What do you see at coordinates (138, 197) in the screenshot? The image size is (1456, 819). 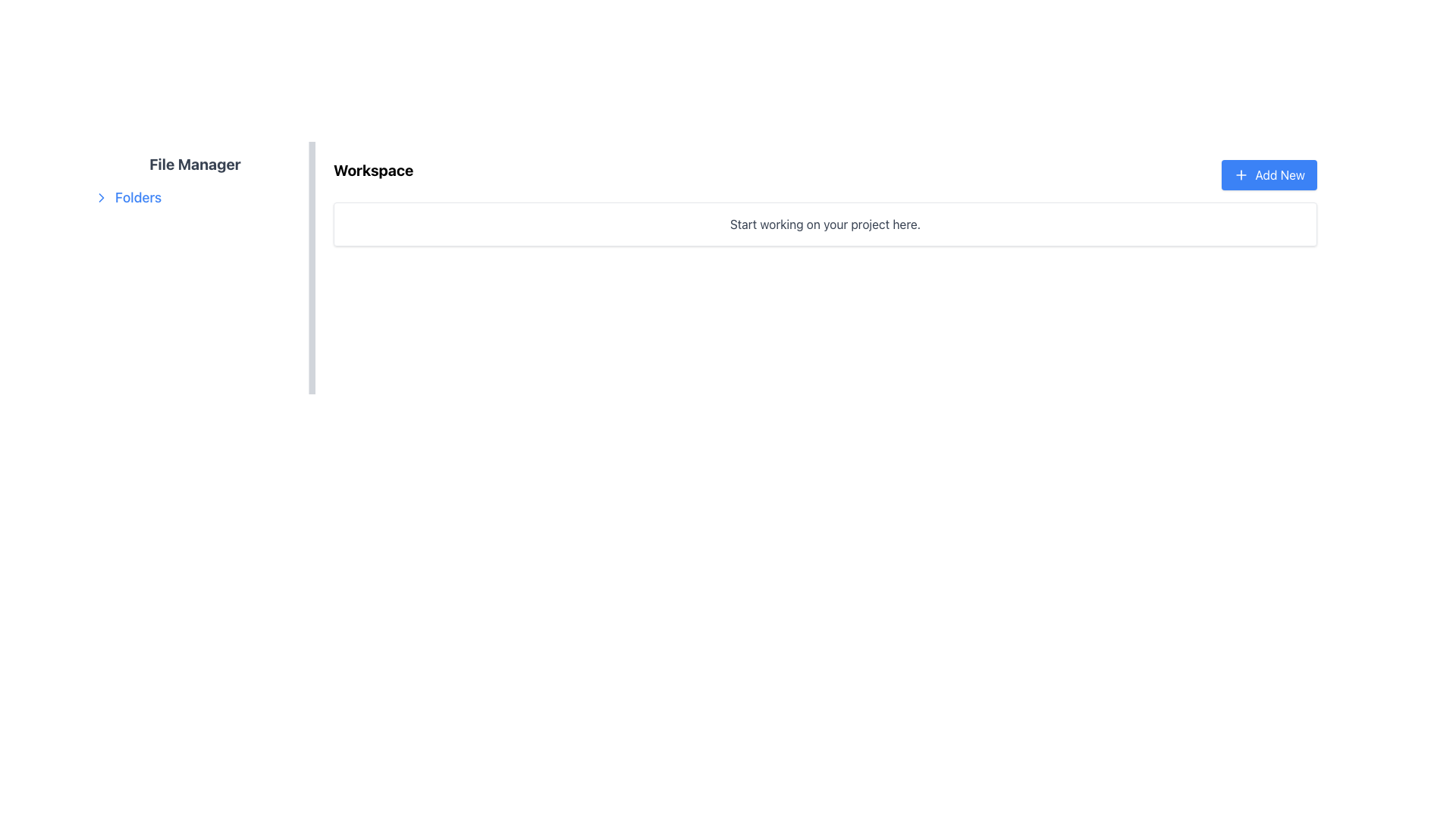 I see `the 'Folders' label in the left-hand sidebar, which is styled in blue with medium-weight font, located under 'File Manager' and next to a right-facing chevron icon` at bounding box center [138, 197].